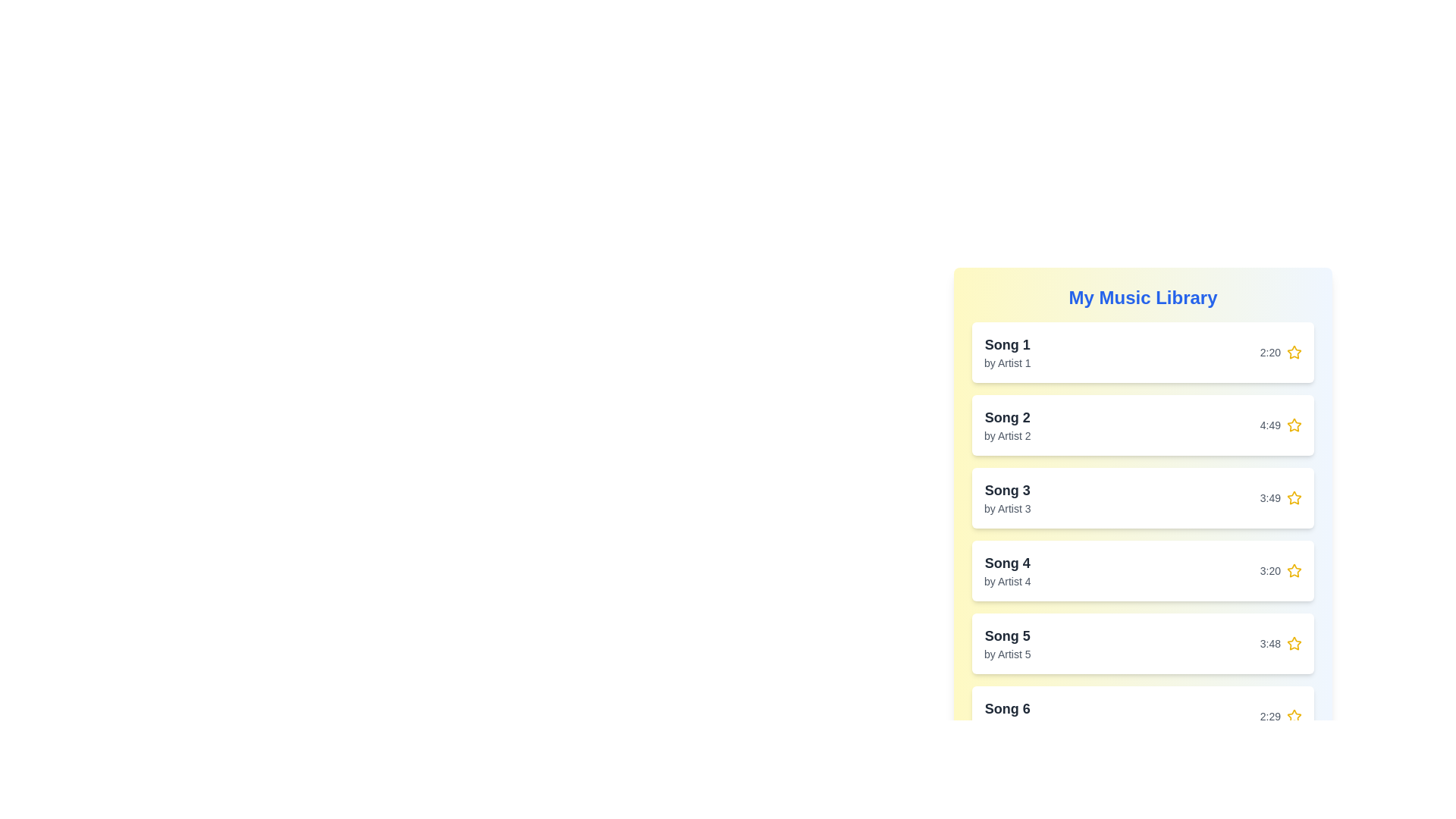 The width and height of the screenshot is (1456, 819). What do you see at coordinates (1007, 362) in the screenshot?
I see `the label indicating the creator of 'Song 1' located below the text in the 'My Music Library' list` at bounding box center [1007, 362].